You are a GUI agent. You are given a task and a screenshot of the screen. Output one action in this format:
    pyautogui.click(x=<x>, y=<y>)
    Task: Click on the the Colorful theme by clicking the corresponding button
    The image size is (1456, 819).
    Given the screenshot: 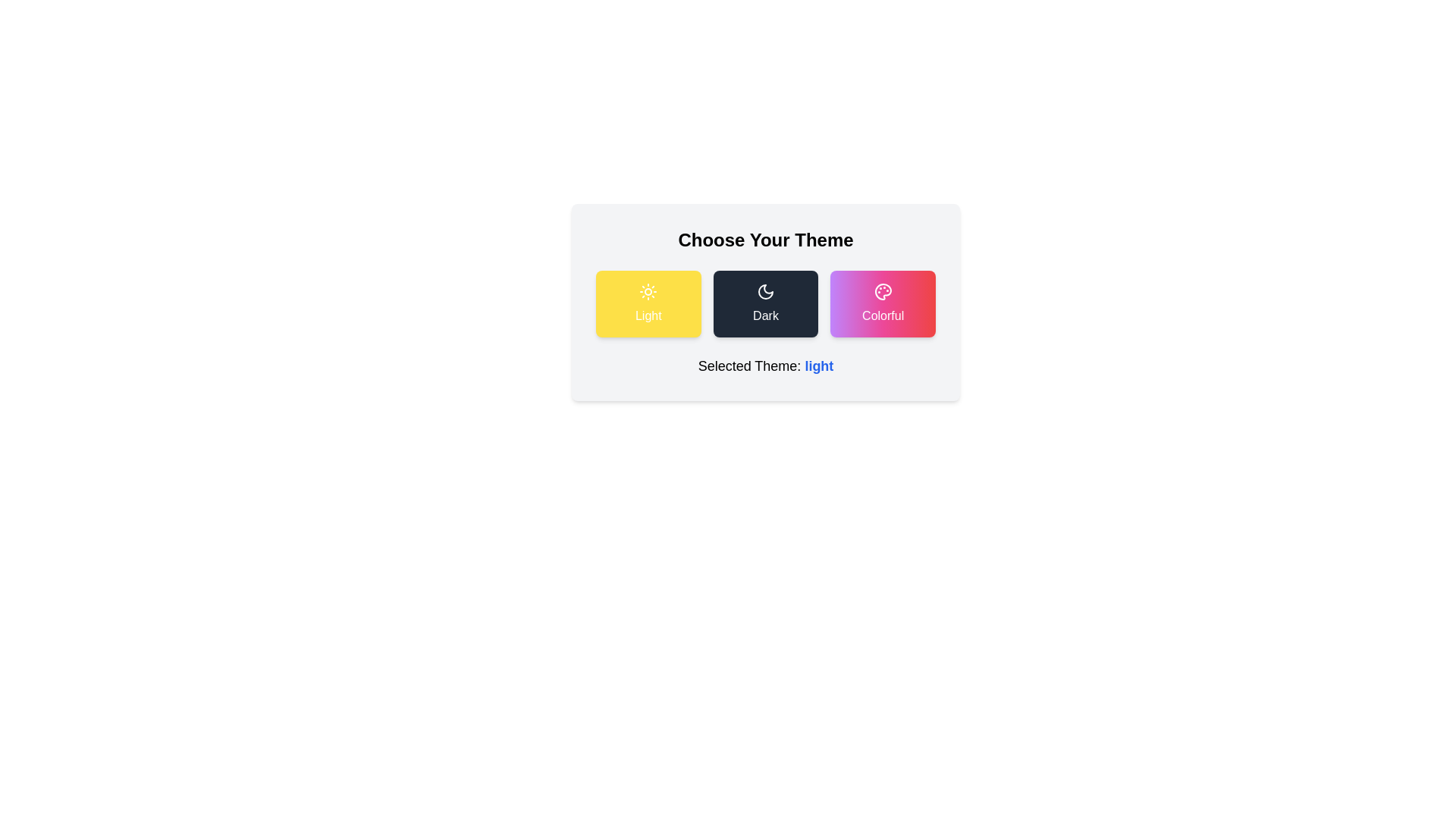 What is the action you would take?
    pyautogui.click(x=882, y=304)
    